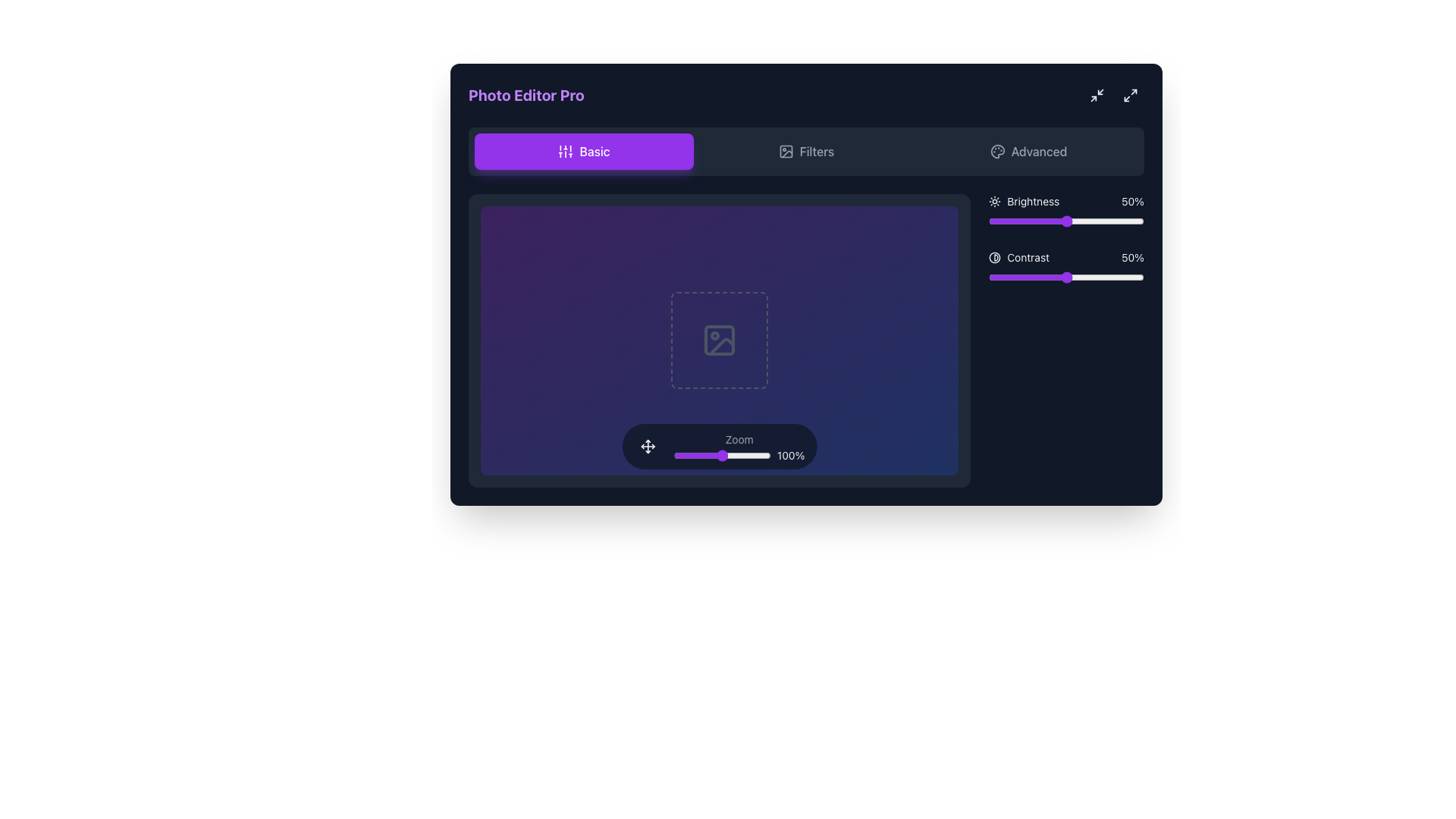 This screenshot has height=819, width=1456. What do you see at coordinates (1075, 278) in the screenshot?
I see `the slider` at bounding box center [1075, 278].